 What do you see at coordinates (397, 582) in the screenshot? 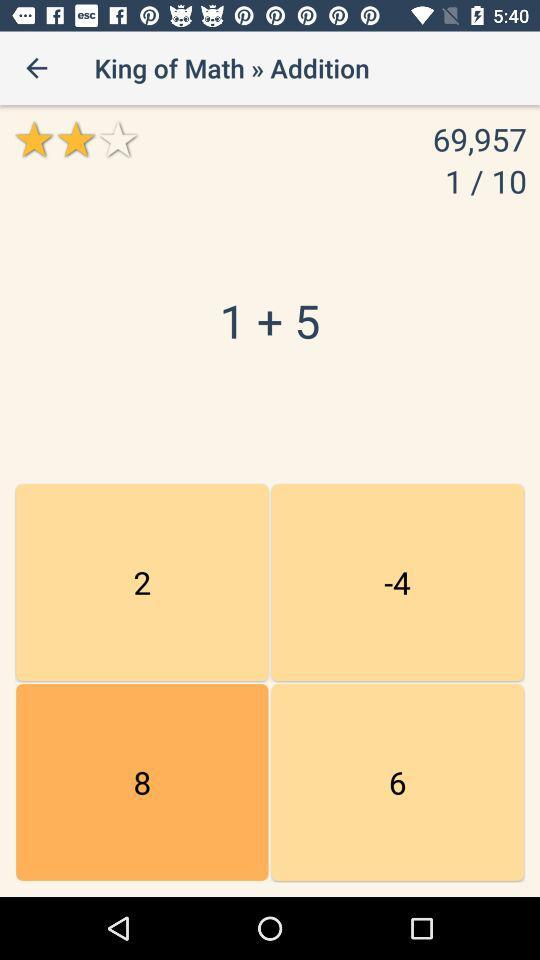
I see `25` at bounding box center [397, 582].